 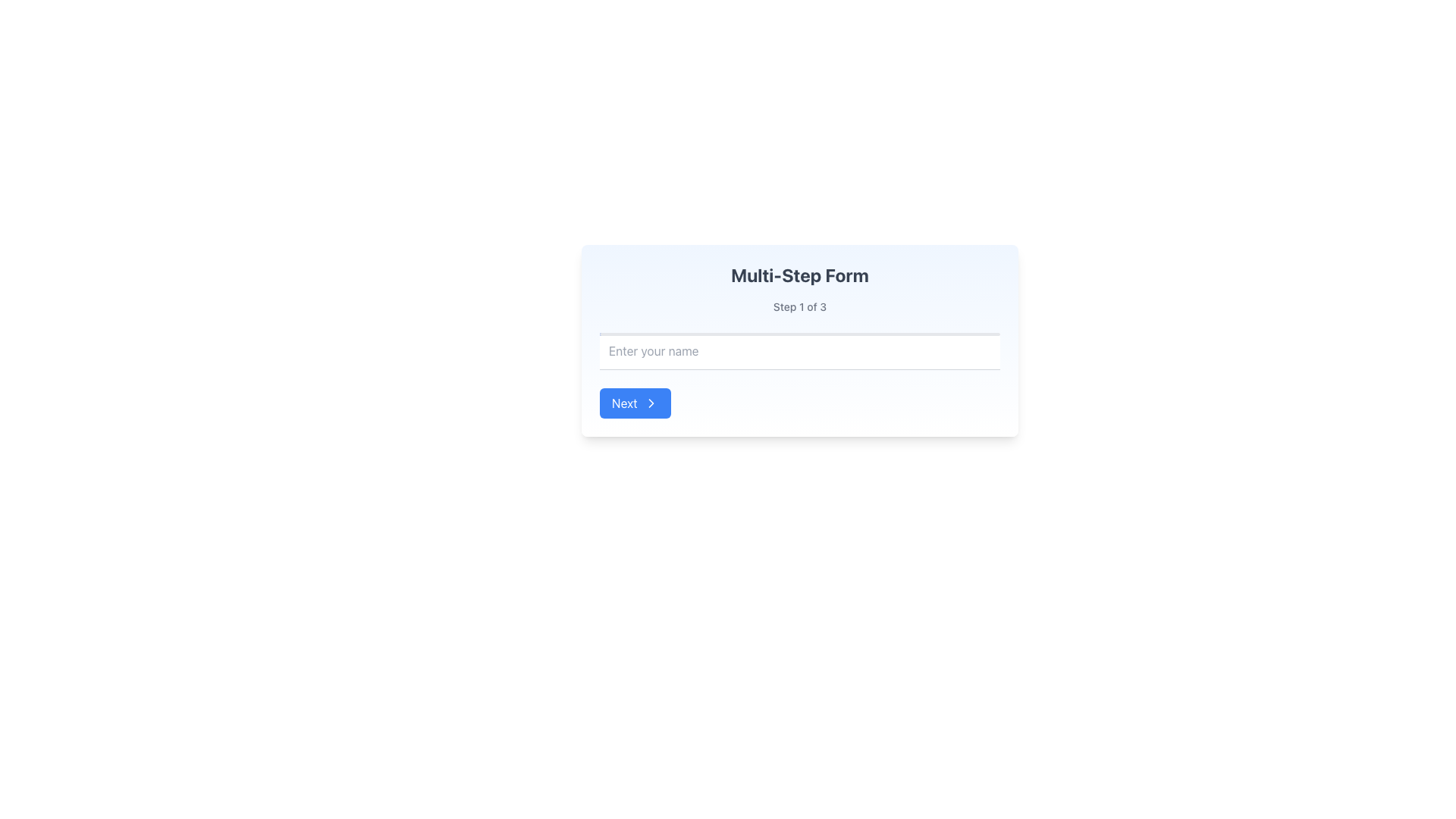 What do you see at coordinates (651, 403) in the screenshot?
I see `properties of the SVG Chevron icon located at the bottom-left of the form interface, which serves as a visual indicator for navigation or progression` at bounding box center [651, 403].